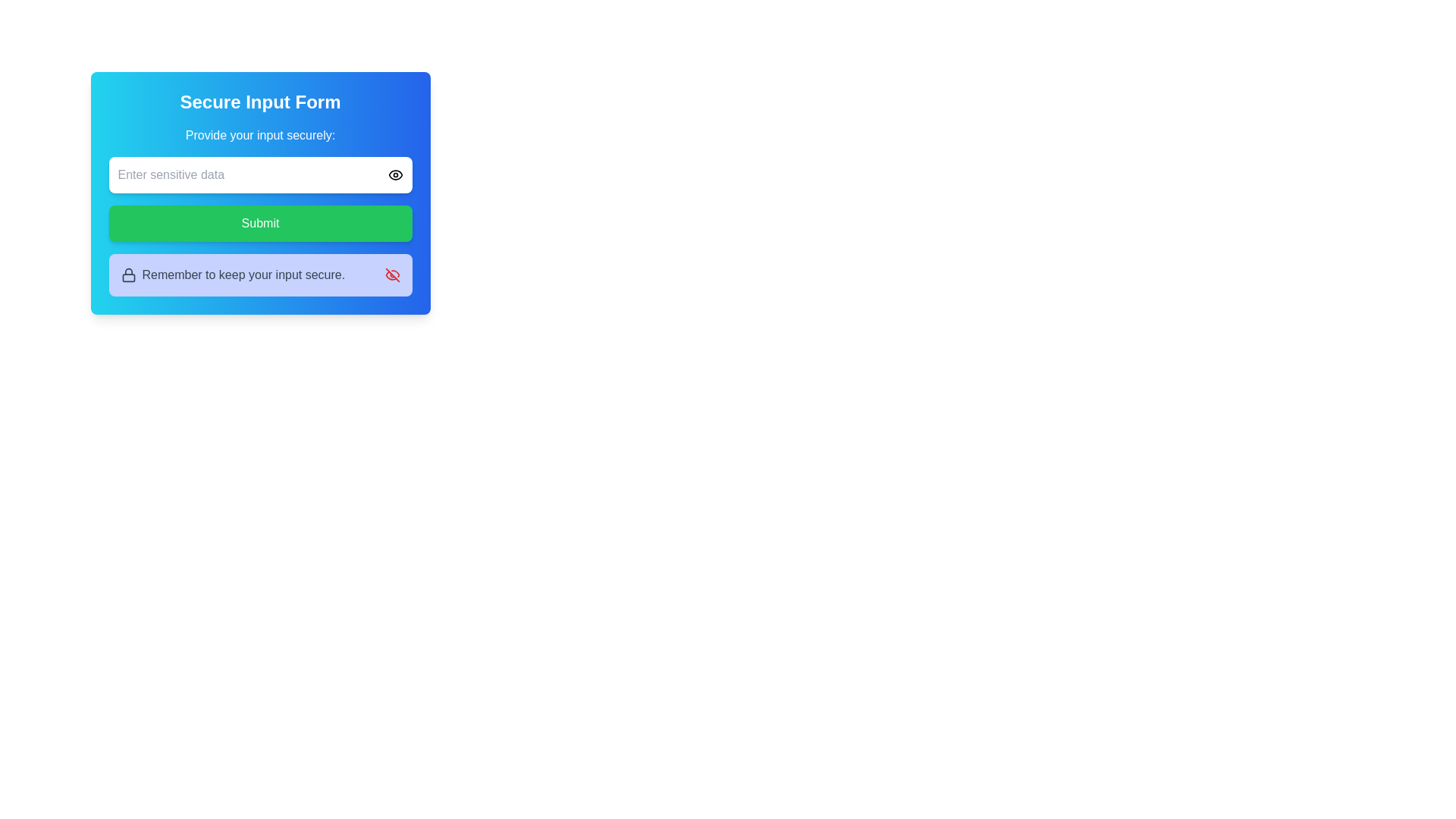 The height and width of the screenshot is (819, 1456). What do you see at coordinates (395, 174) in the screenshot?
I see `the visibility toggle button positioned to the right of the input field labeled 'Enter sensitive data'` at bounding box center [395, 174].